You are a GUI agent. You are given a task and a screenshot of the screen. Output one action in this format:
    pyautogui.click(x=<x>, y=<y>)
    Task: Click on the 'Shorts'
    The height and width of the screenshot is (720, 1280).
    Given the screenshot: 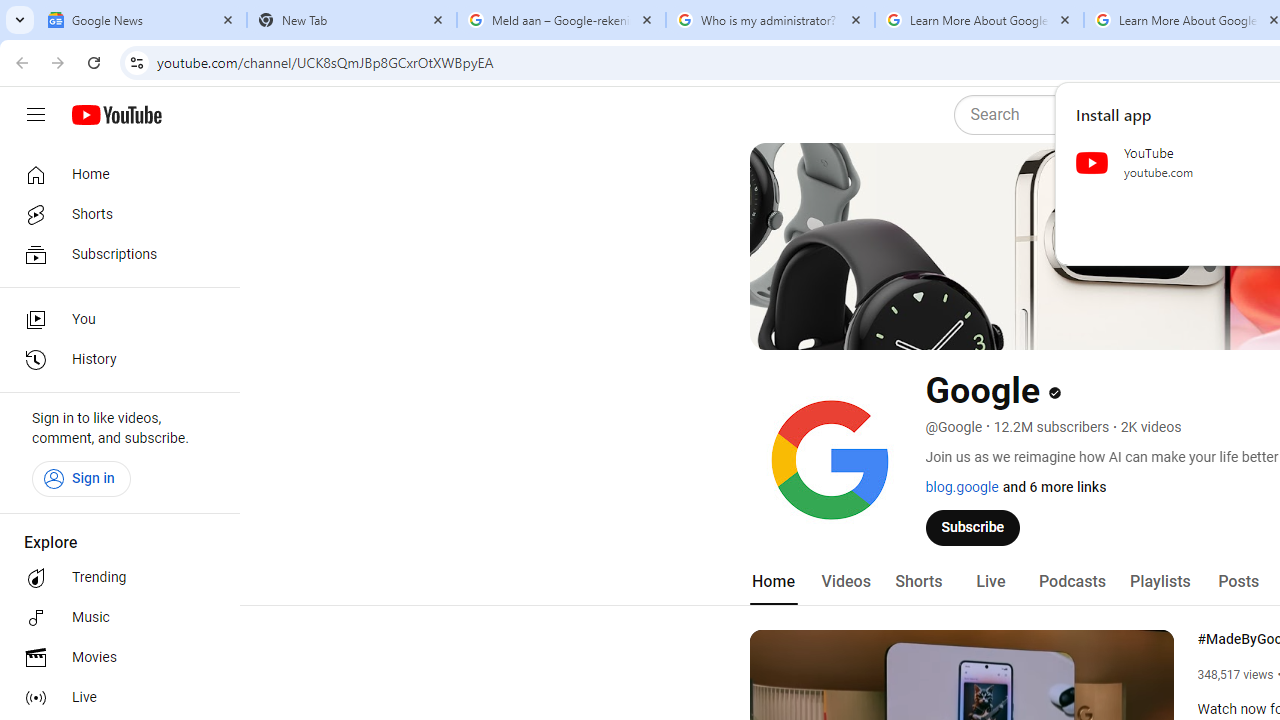 What is the action you would take?
    pyautogui.click(x=917, y=581)
    